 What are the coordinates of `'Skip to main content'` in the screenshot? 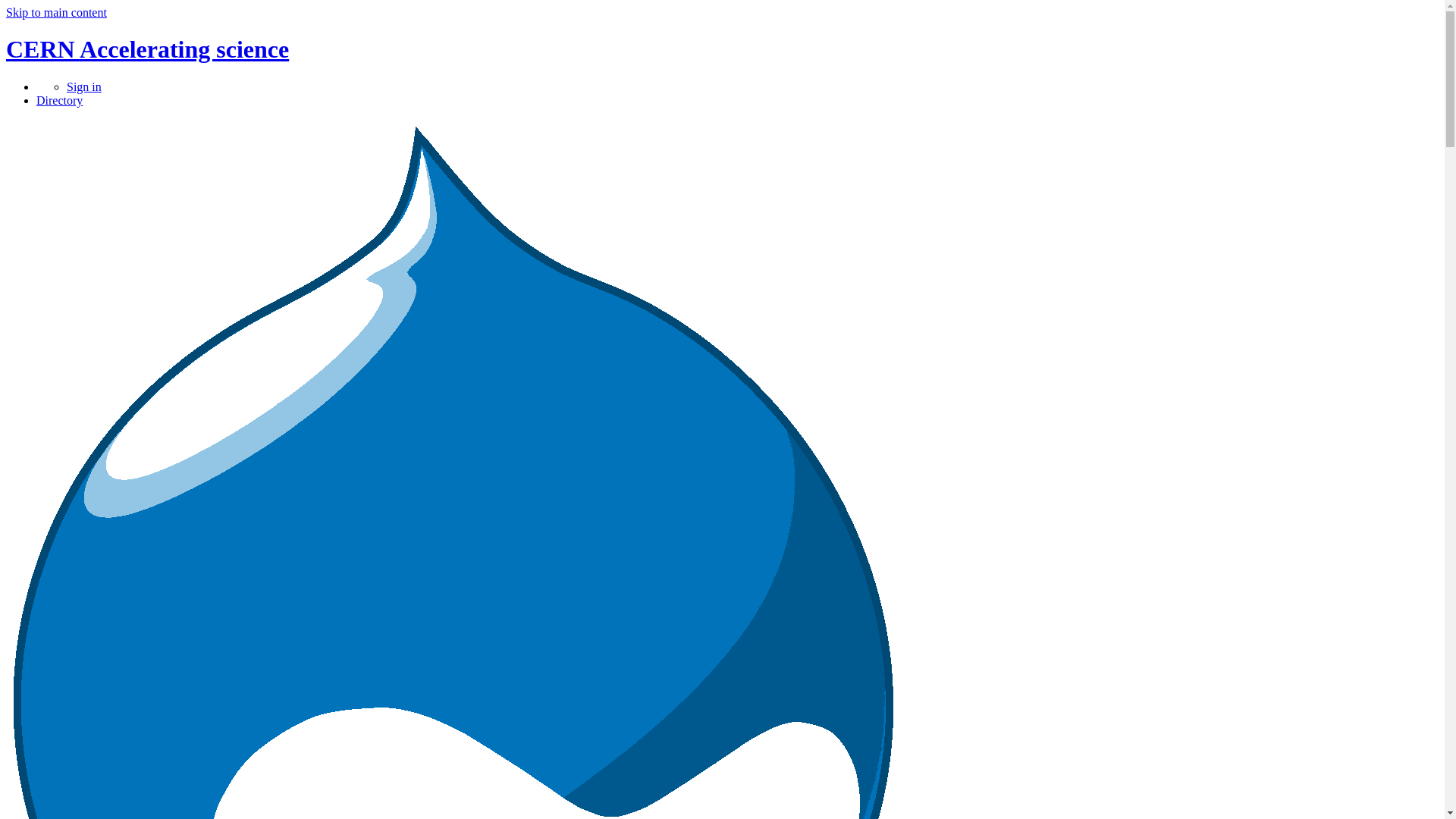 It's located at (56, 12).